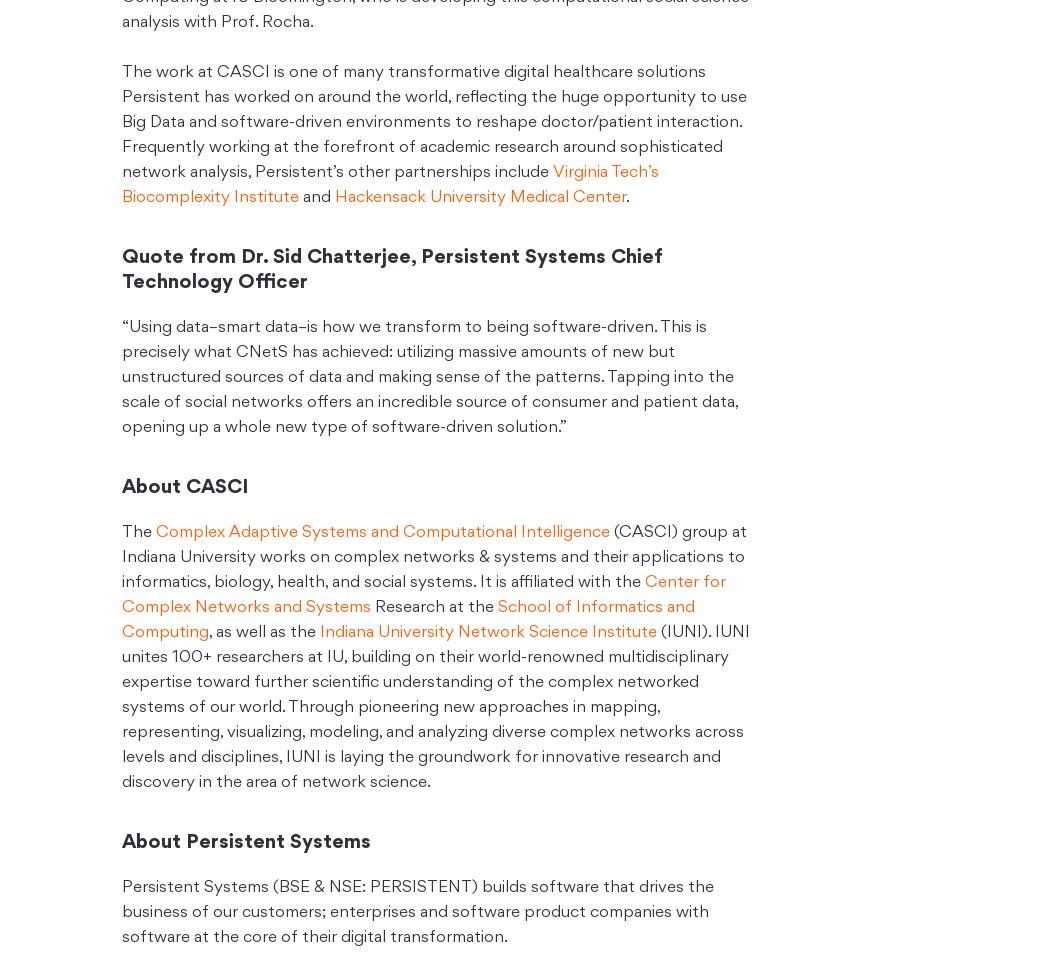 This screenshot has width=1050, height=968. Describe the element at coordinates (392, 270) in the screenshot. I see `'Quote from Dr. Sid Chatterjee, Persistent Systems Chief Technology Officer'` at that location.